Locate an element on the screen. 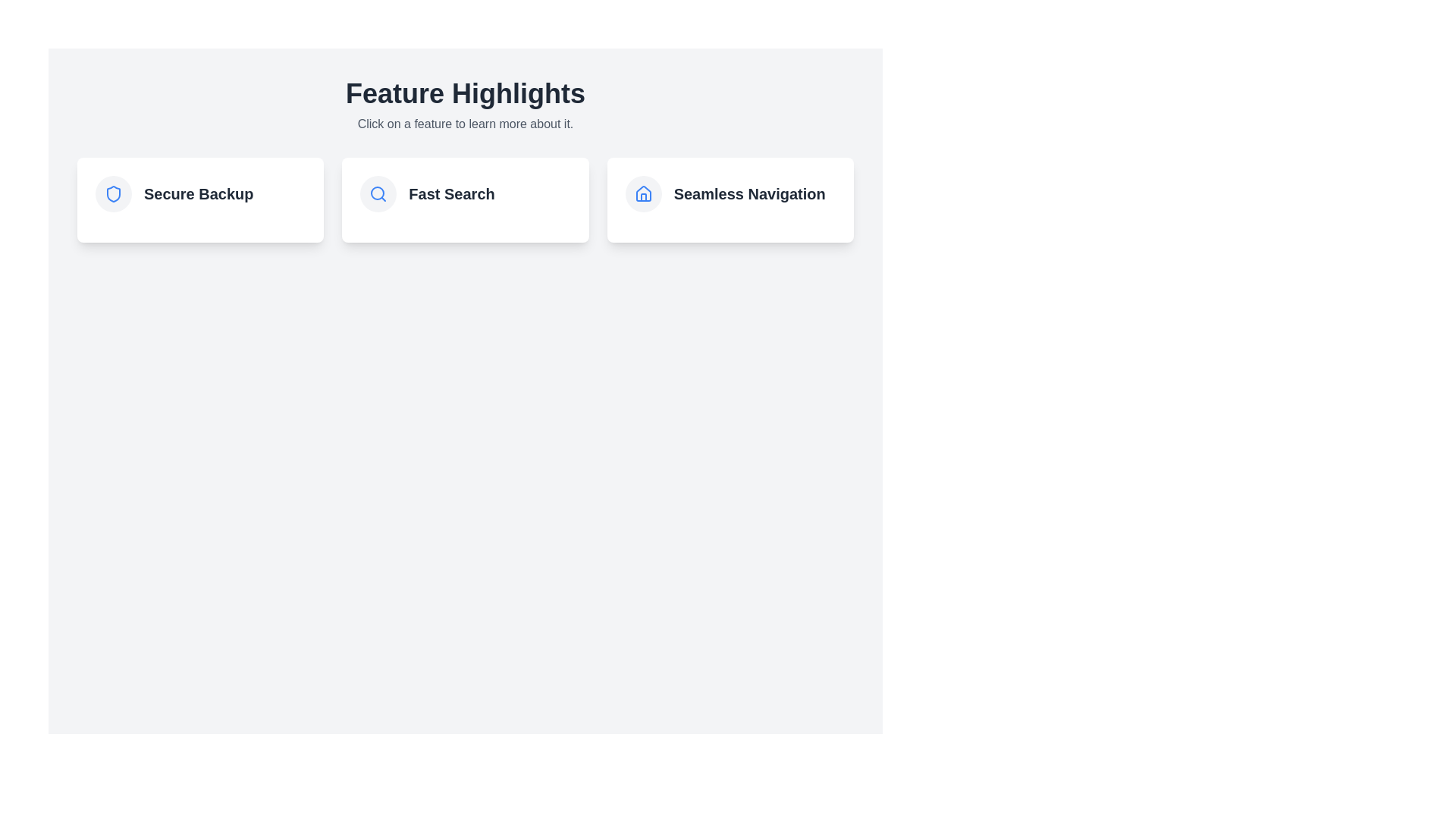  the 'Seamless Navigation' feature highlight element, which consists of an icon with a light gray circular background and bold text on the right is located at coordinates (730, 193).